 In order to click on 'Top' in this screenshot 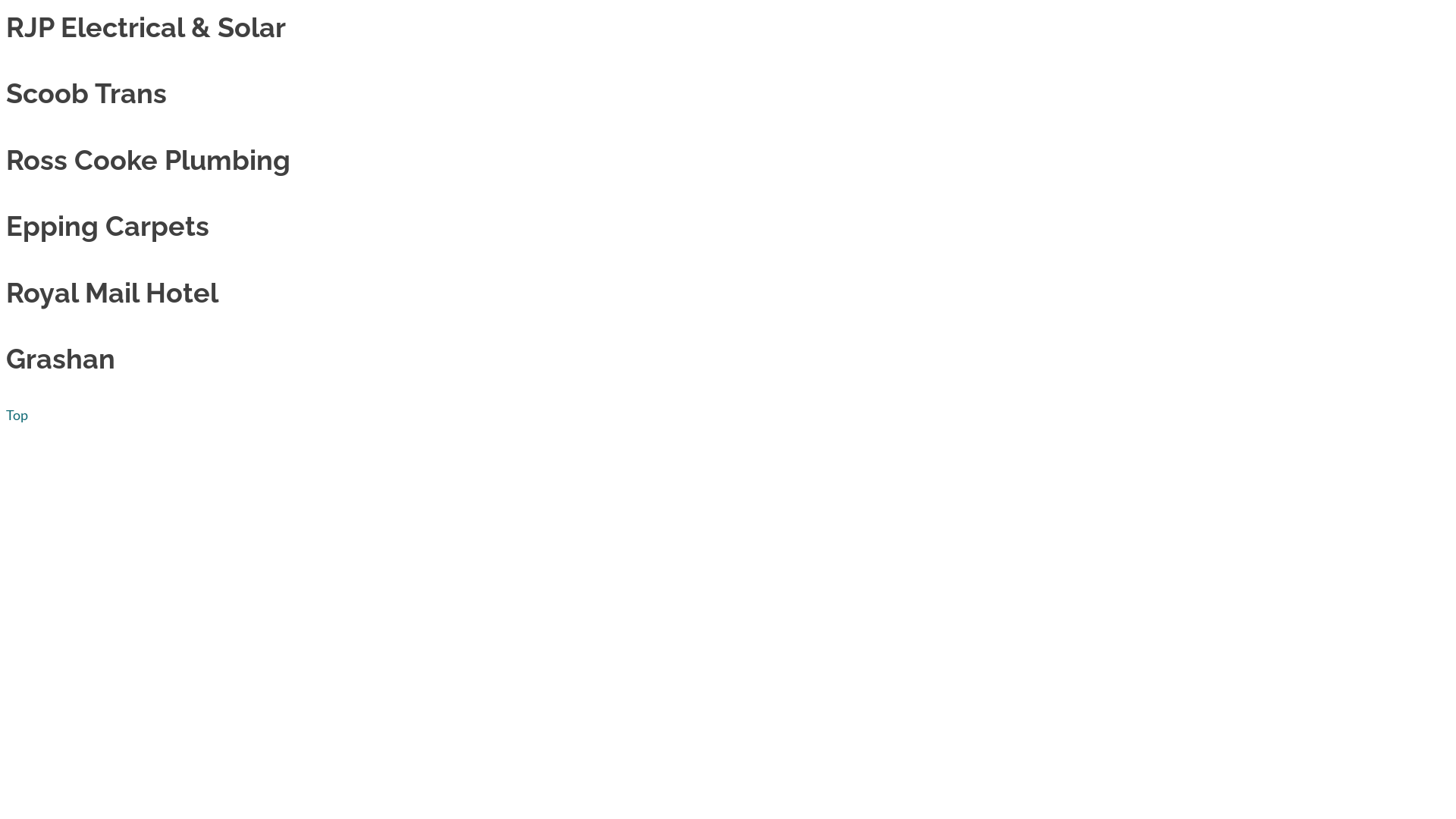, I will do `click(17, 415)`.